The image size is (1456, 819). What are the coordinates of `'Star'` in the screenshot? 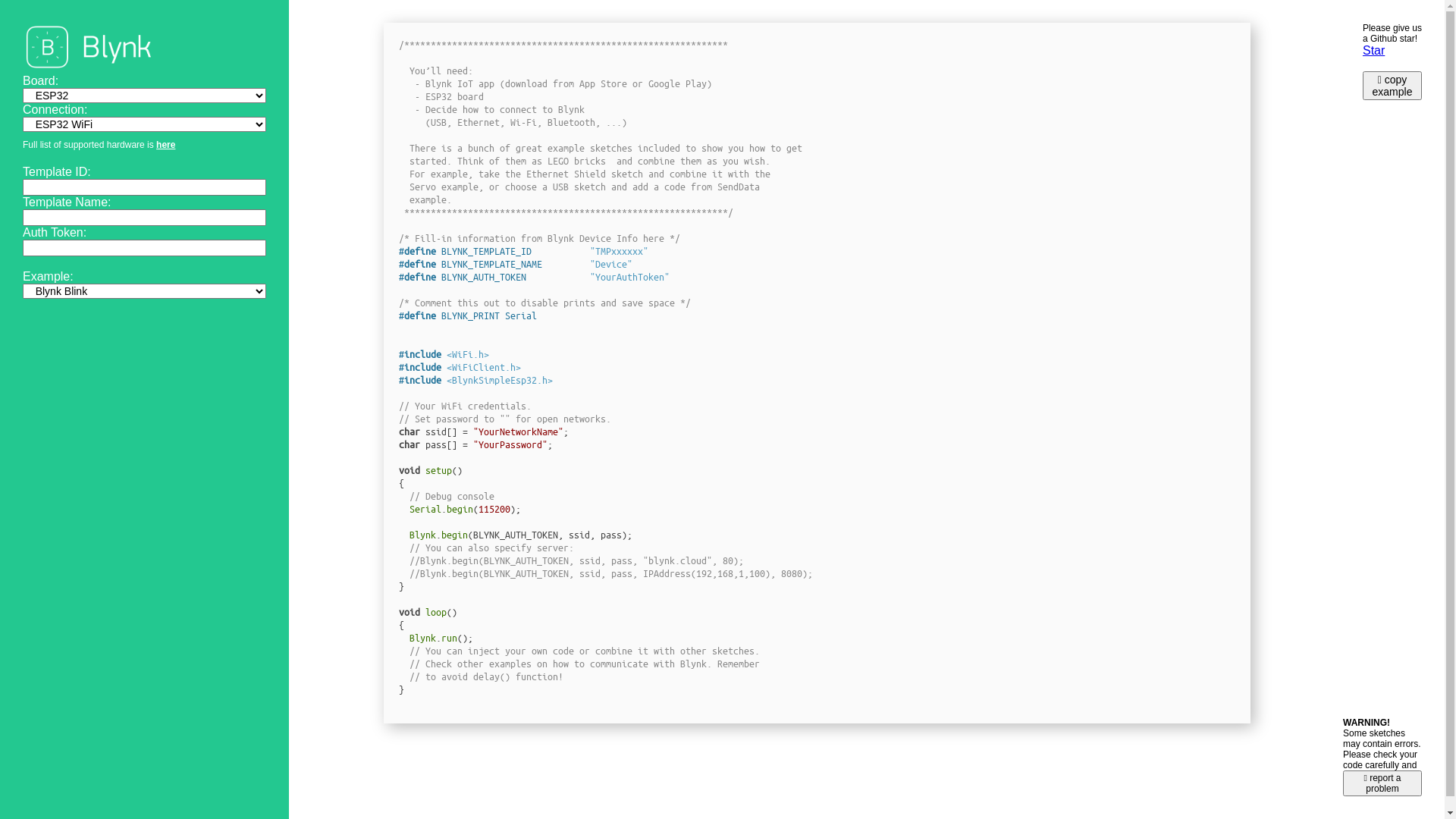 It's located at (1373, 49).